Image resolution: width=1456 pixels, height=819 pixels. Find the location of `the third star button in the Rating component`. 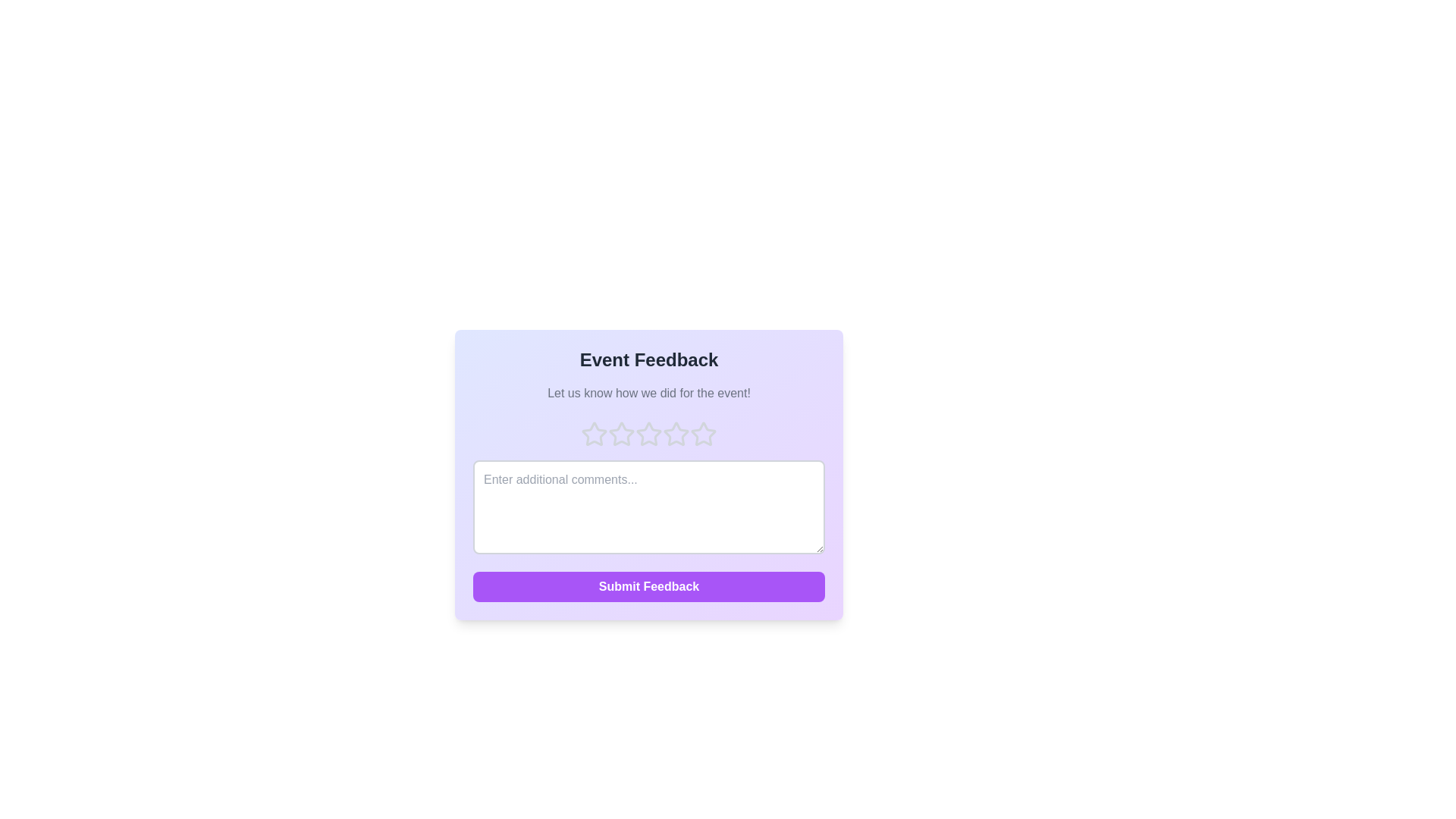

the third star button in the Rating component is located at coordinates (648, 435).